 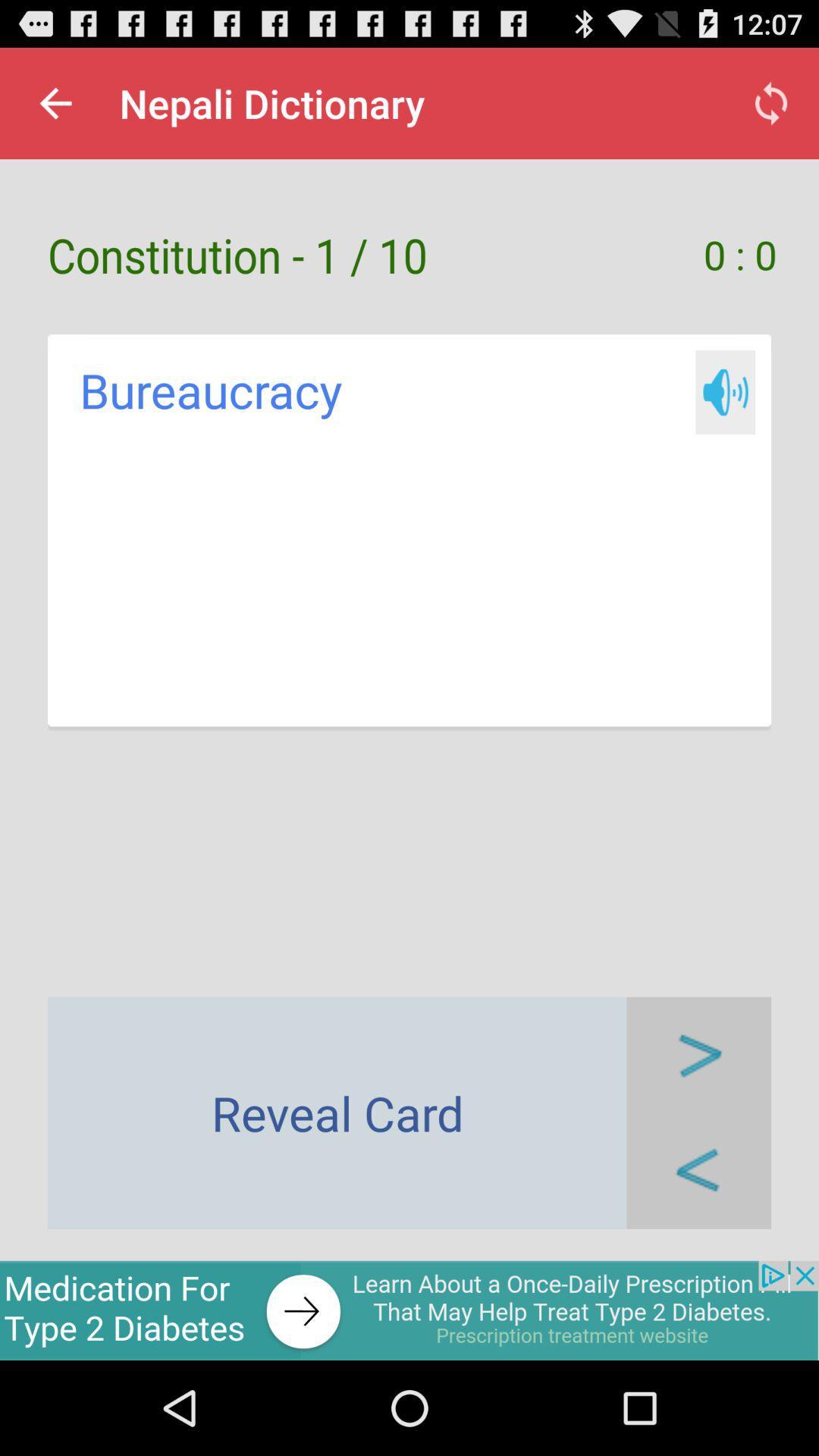 I want to click on audio pronunciation, so click(x=724, y=392).